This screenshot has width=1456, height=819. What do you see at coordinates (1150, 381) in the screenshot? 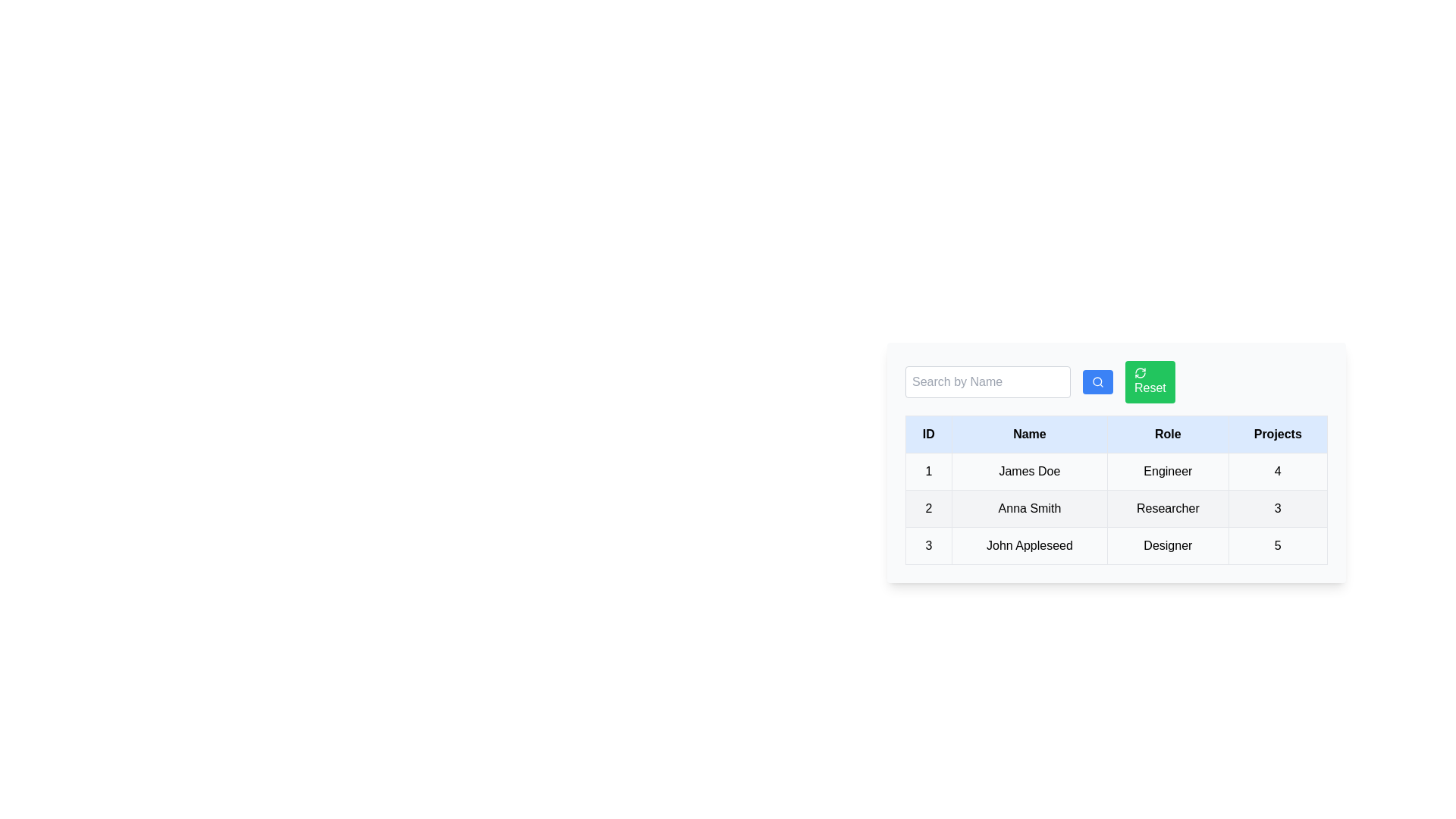
I see `reset button to reset the table` at bounding box center [1150, 381].